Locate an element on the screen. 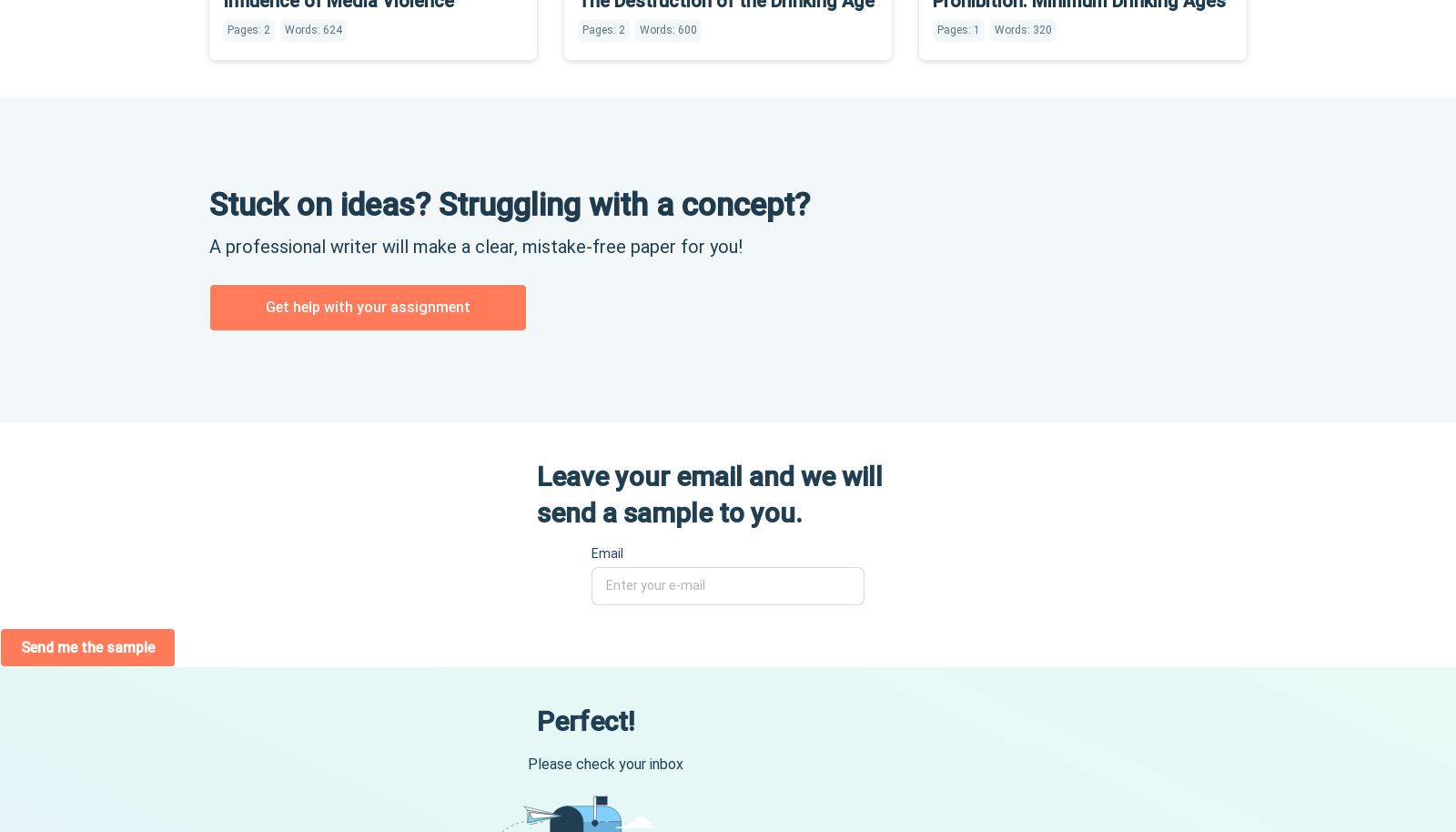  'Words: 320' is located at coordinates (1023, 28).